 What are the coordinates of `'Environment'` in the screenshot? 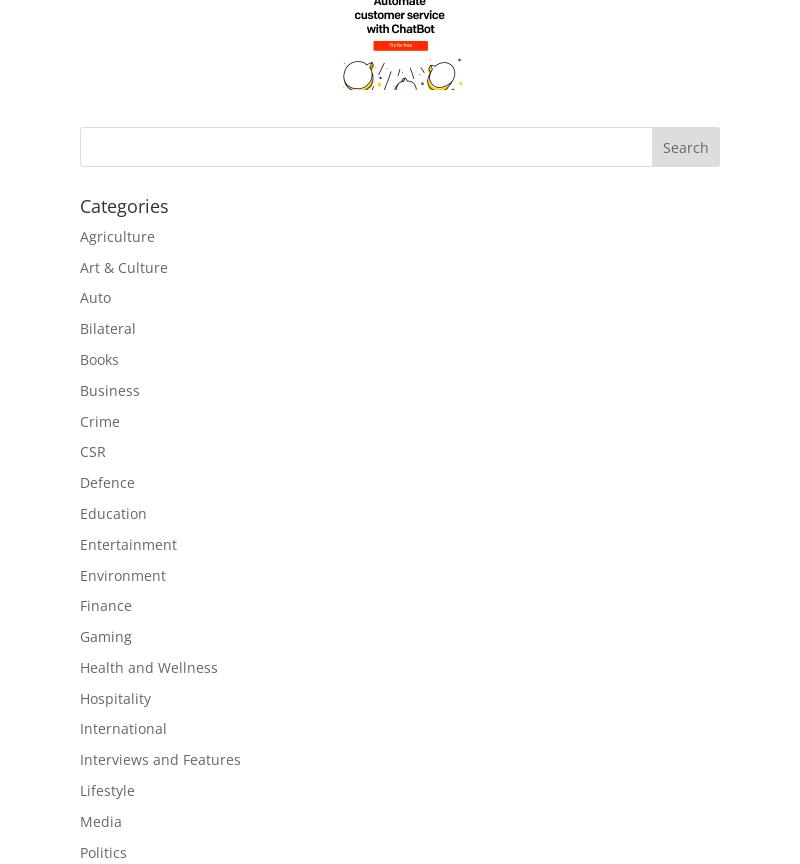 It's located at (121, 573).